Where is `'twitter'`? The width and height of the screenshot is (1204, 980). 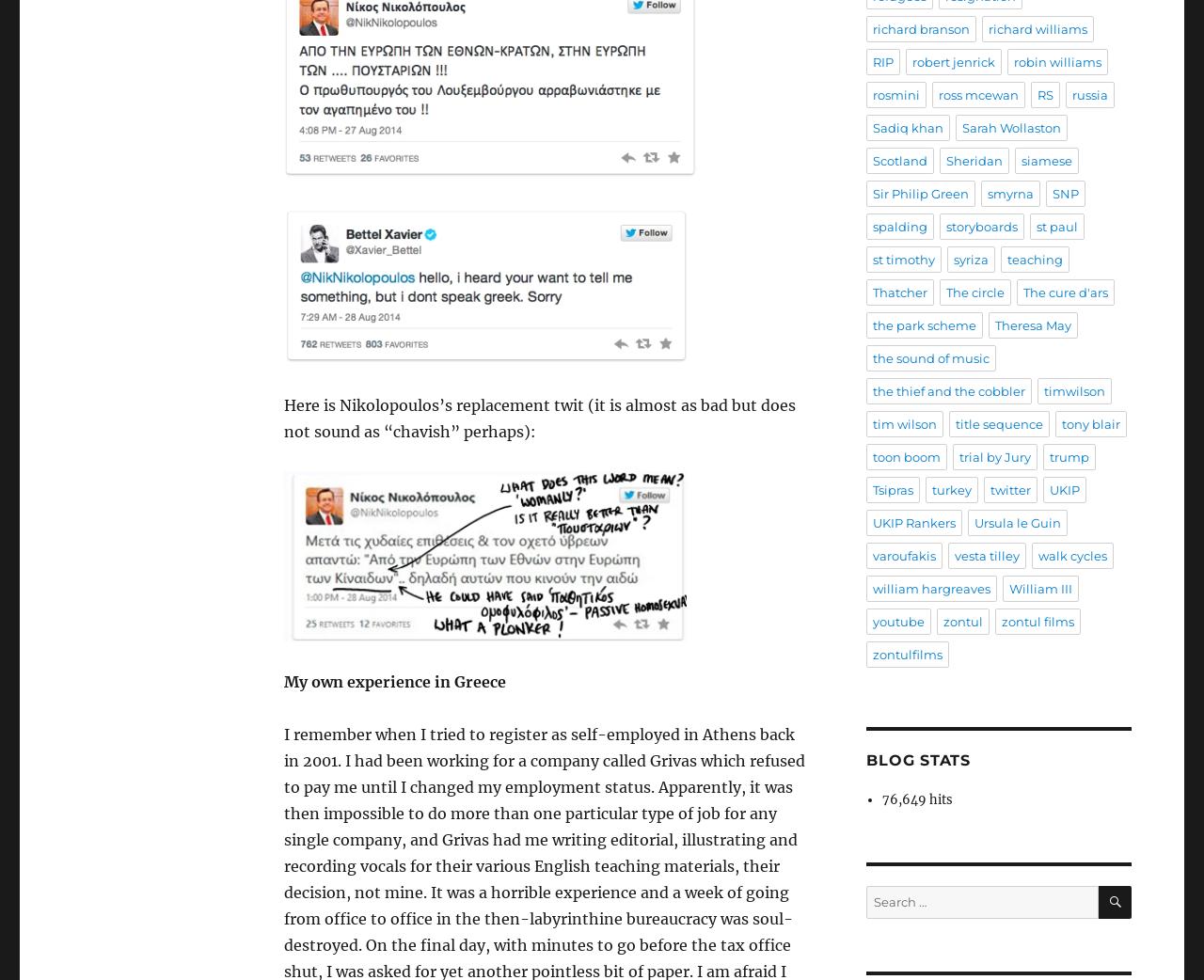
'twitter' is located at coordinates (990, 490).